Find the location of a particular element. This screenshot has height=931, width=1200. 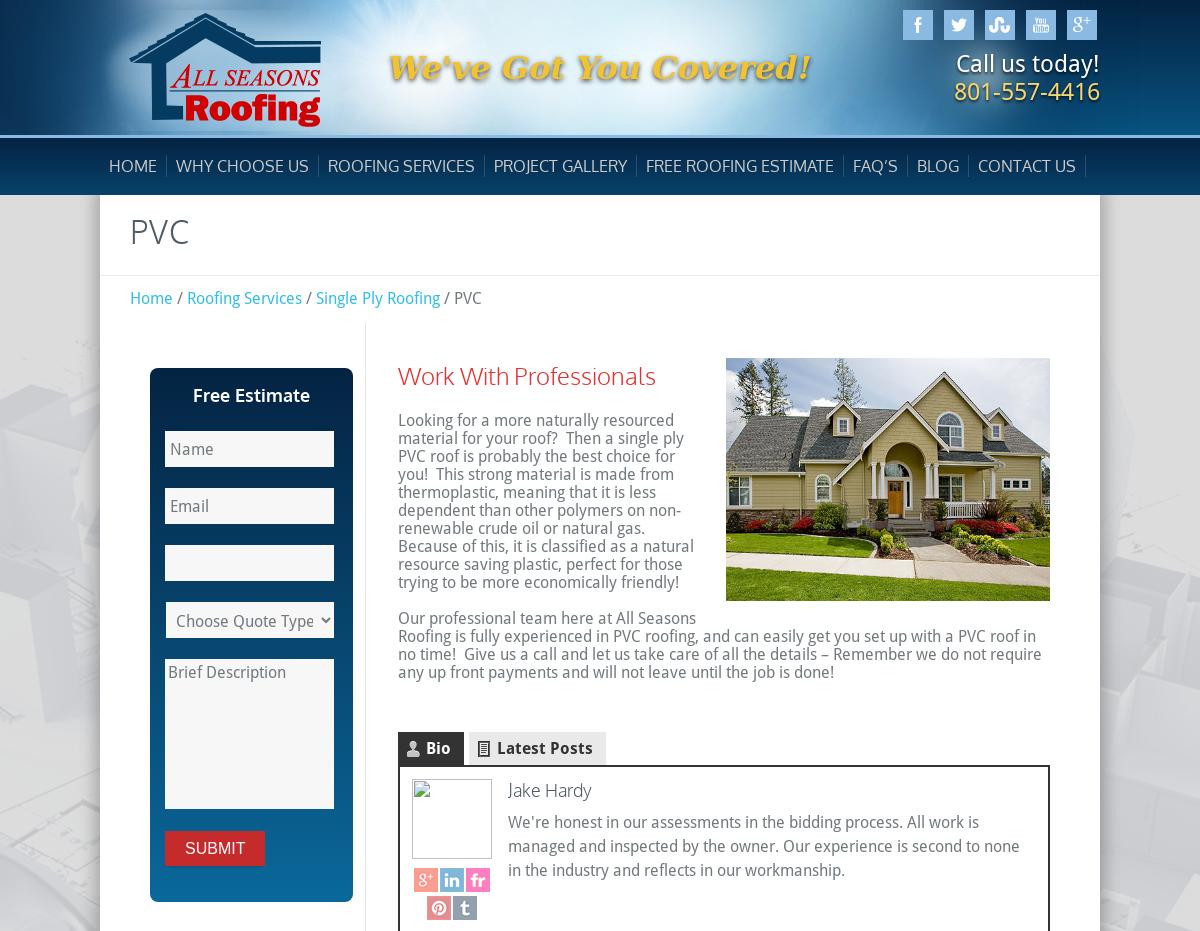

'Bio' is located at coordinates (438, 748).